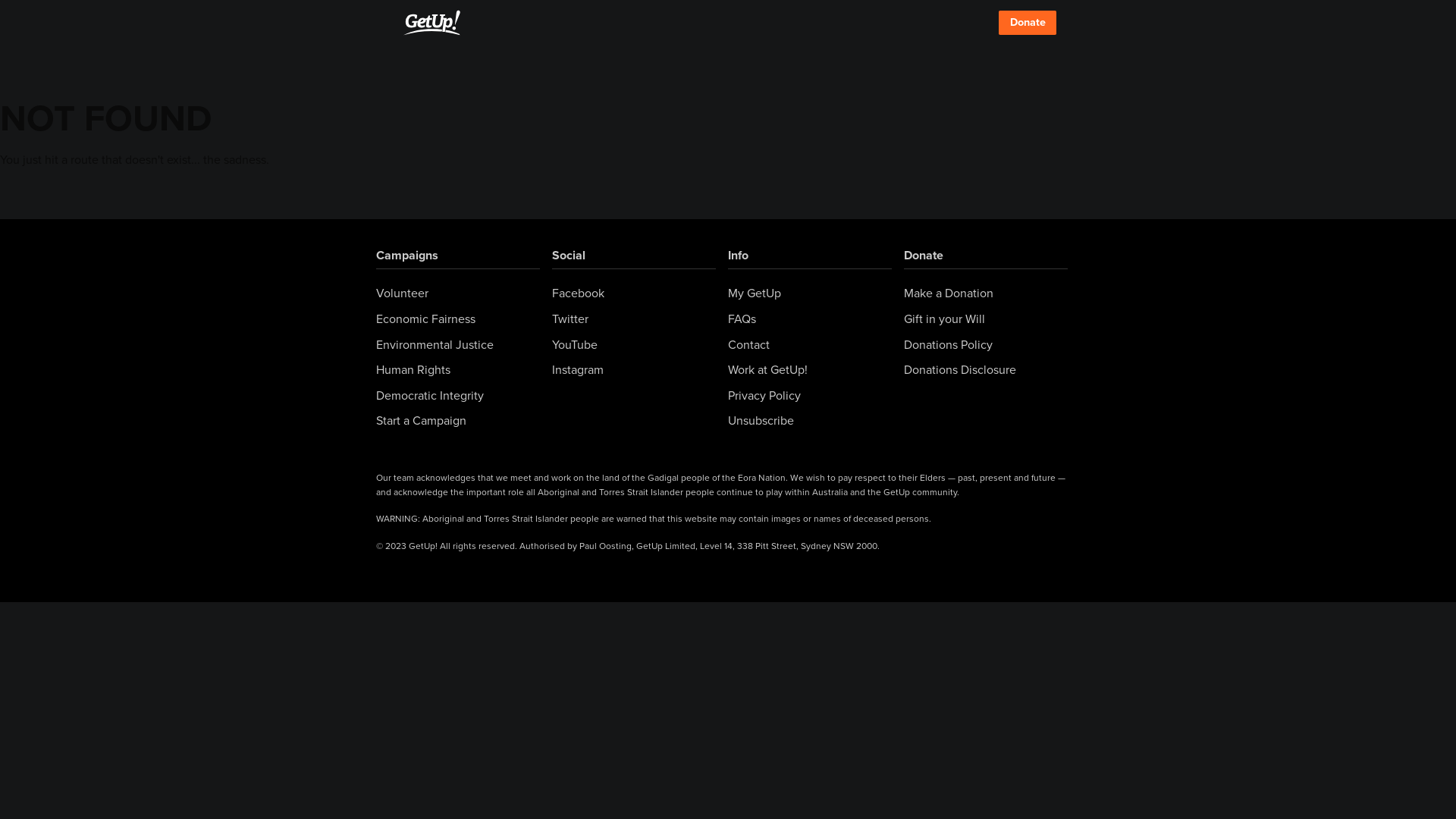 The height and width of the screenshot is (819, 1456). Describe the element at coordinates (761, 421) in the screenshot. I see `'Unsubscribe'` at that location.